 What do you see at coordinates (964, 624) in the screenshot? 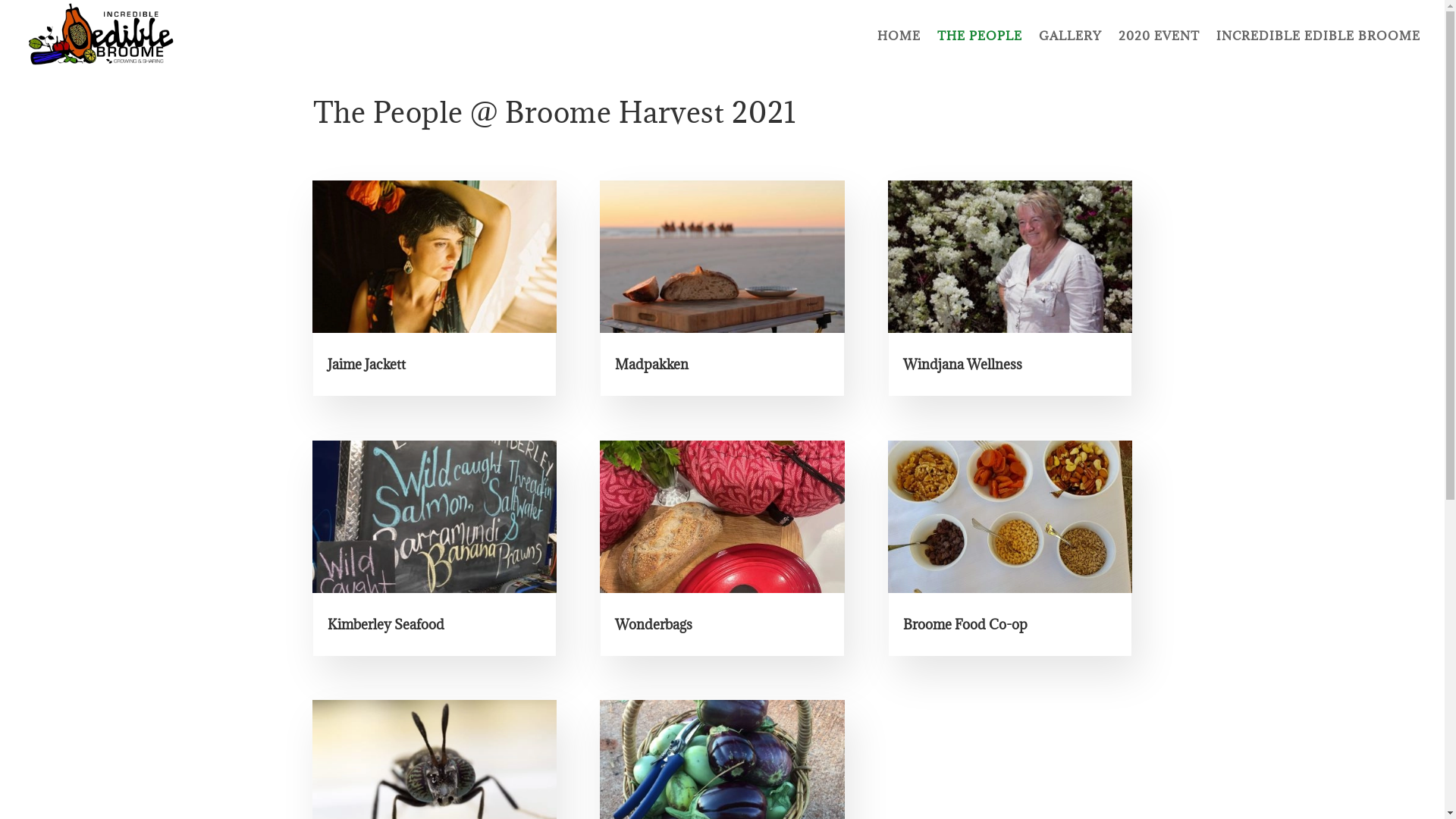
I see `'Broome Food Co-op'` at bounding box center [964, 624].